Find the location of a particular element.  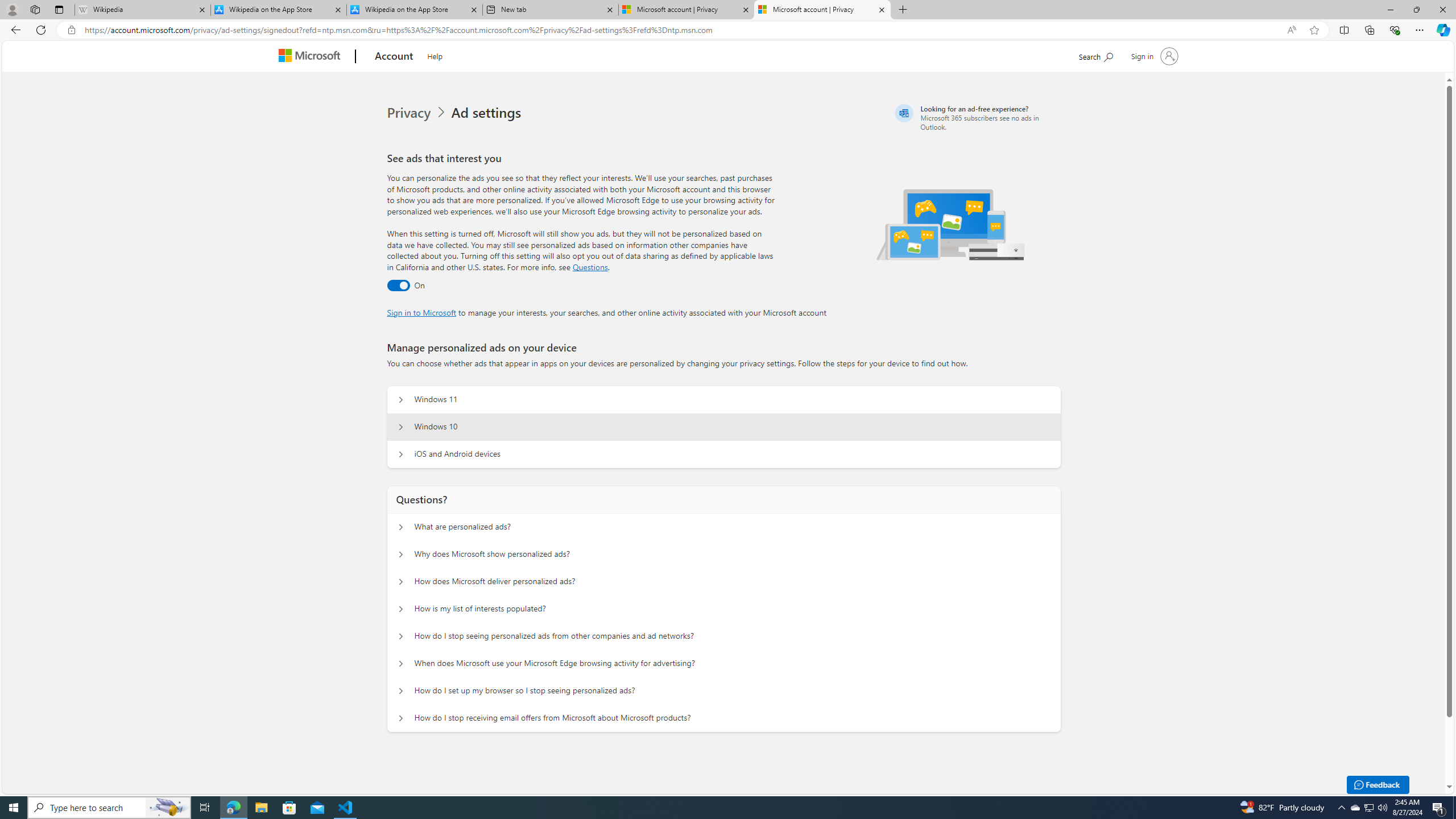

'Ad settings' is located at coordinates (487, 113).